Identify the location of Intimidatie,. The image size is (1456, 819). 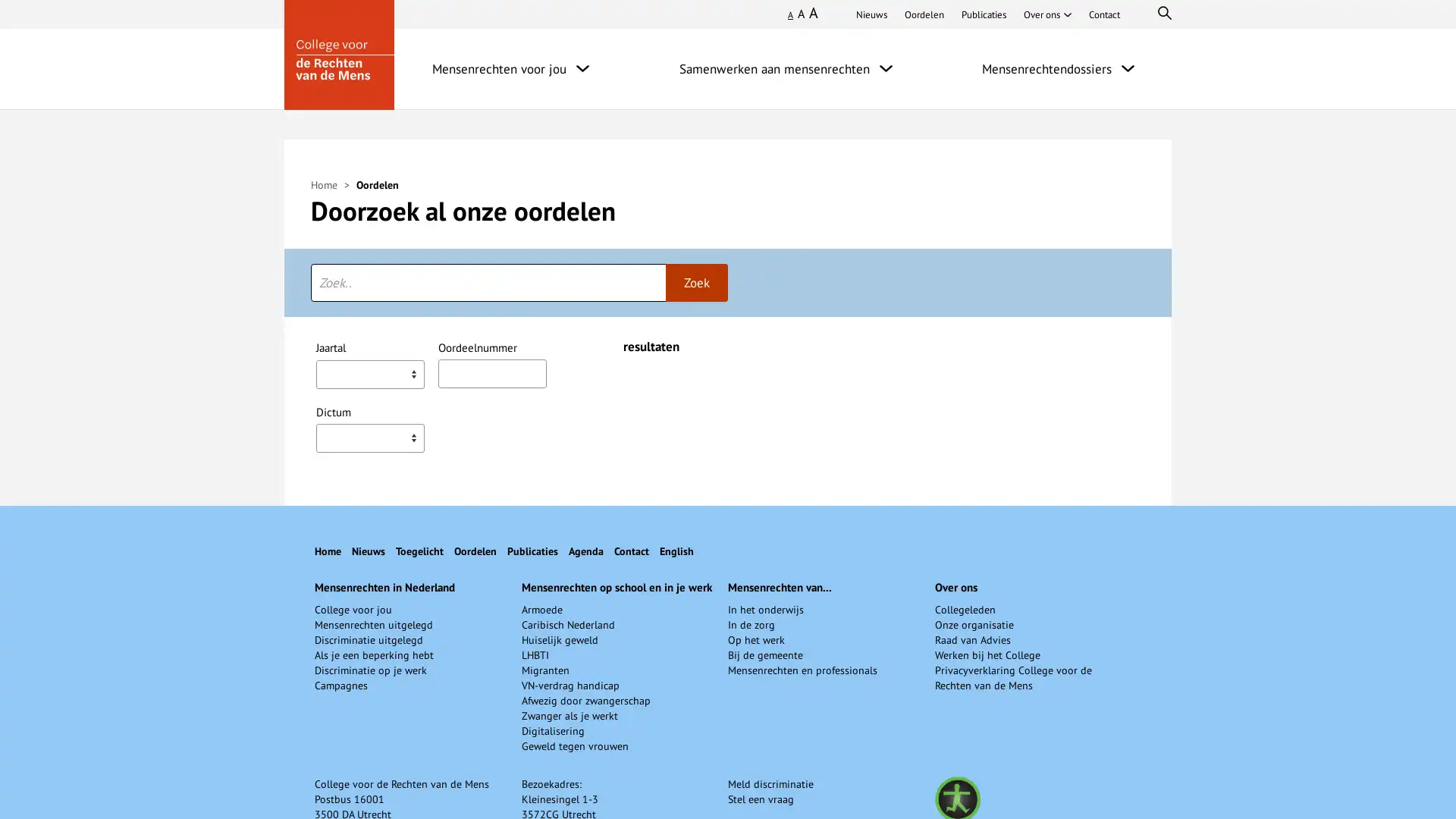
(651, 461).